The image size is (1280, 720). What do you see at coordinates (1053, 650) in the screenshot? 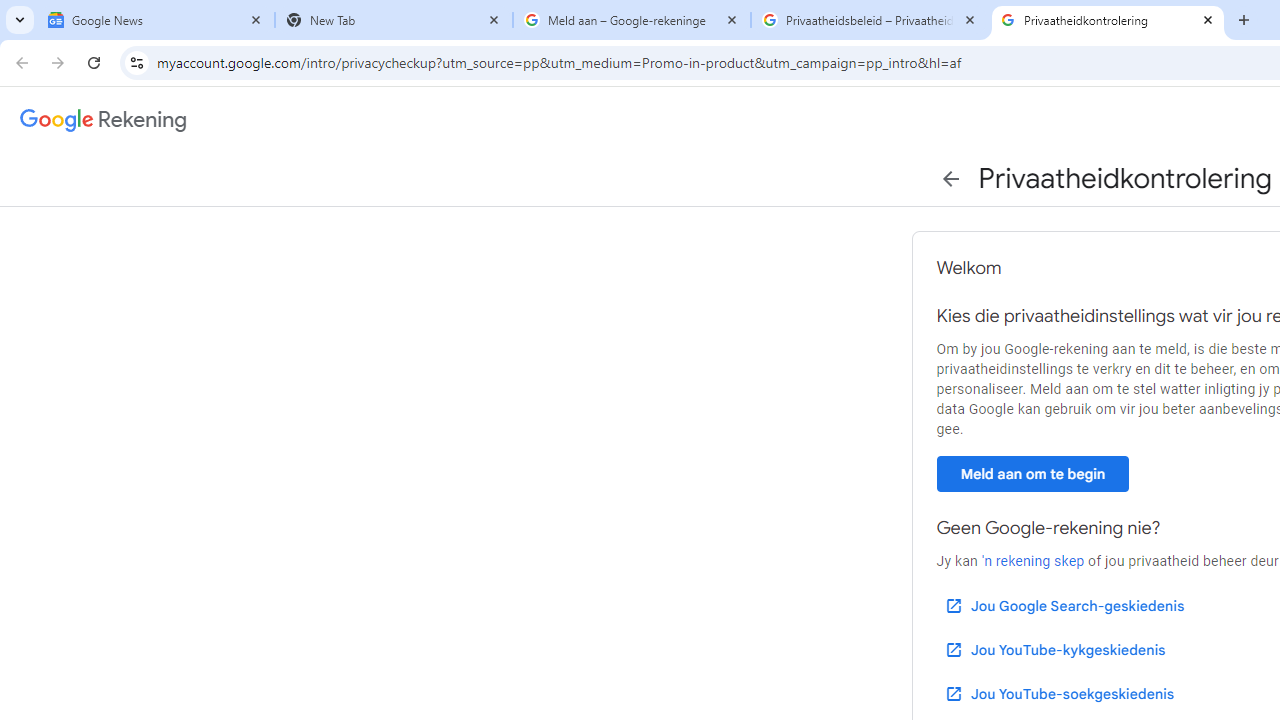
I see `'Jou YouTube-kykgeskiedenis'` at bounding box center [1053, 650].